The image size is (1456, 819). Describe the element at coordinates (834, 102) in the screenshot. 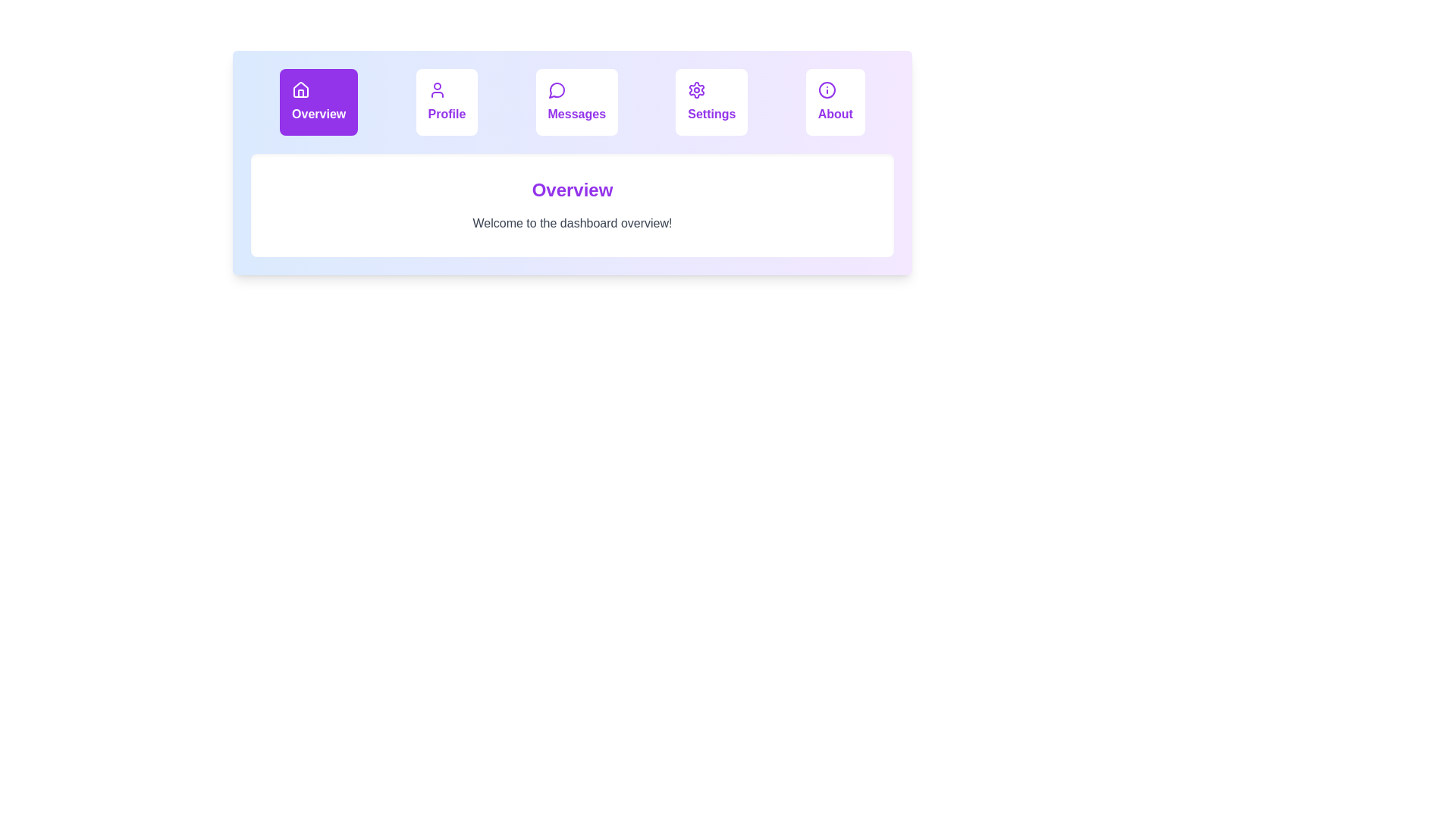

I see `the tab labeled About to switch to it` at that location.